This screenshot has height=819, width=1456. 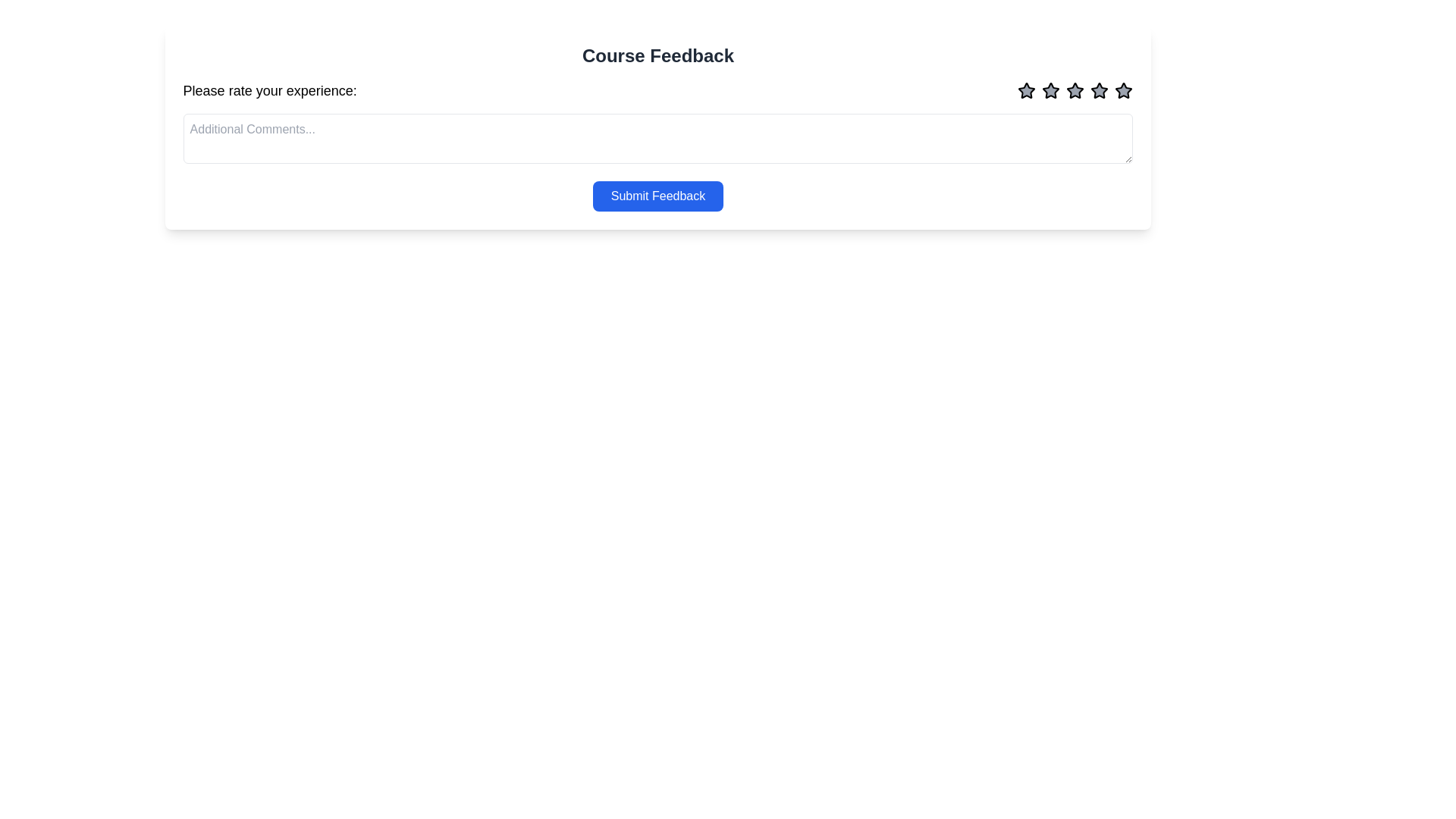 I want to click on the fifth star in the five-star rating system, which is styled with a gray fill and black outline, located at the top-right corner of the interface, so click(x=1124, y=90).